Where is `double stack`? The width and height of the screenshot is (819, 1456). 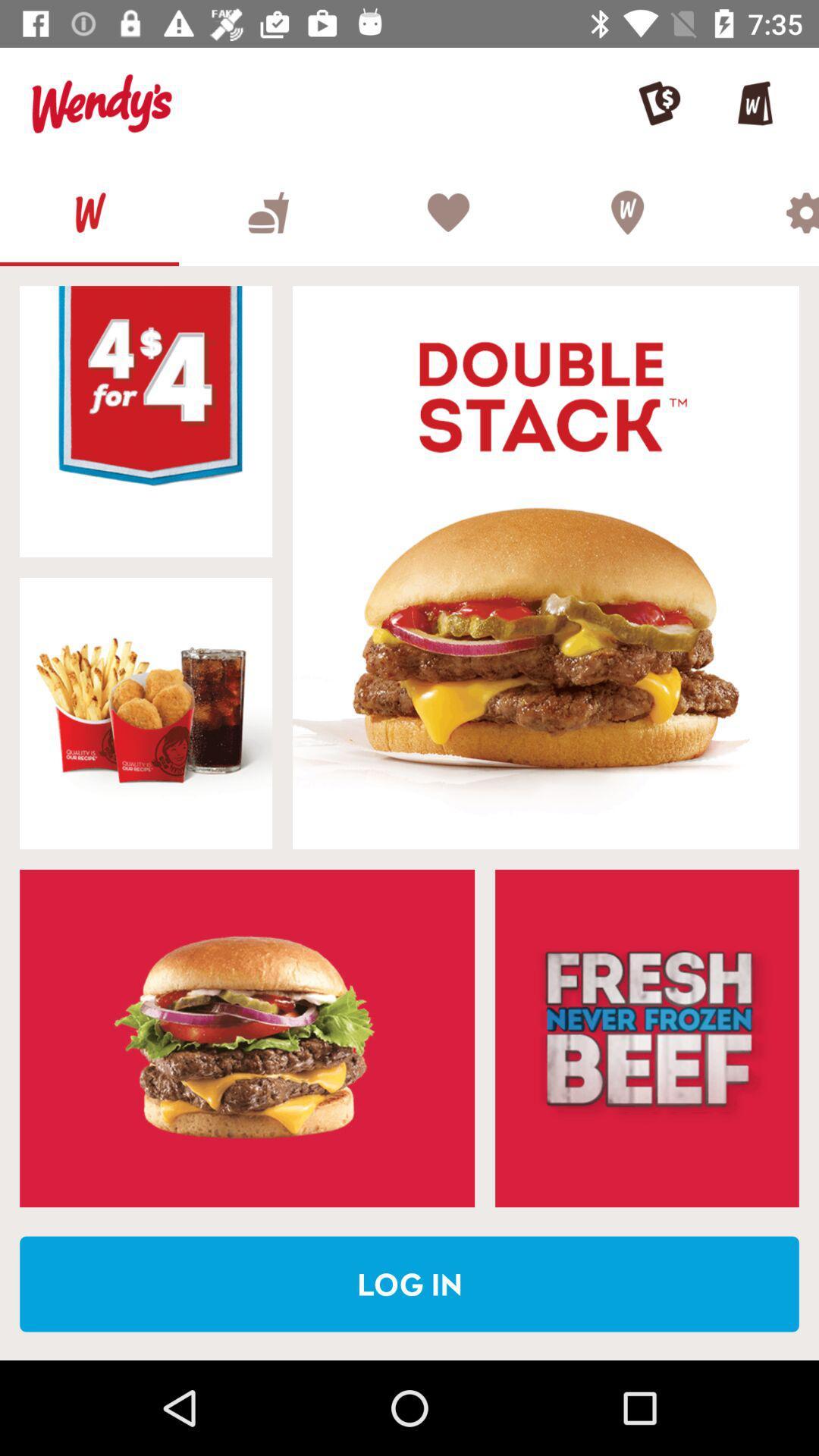
double stack is located at coordinates (546, 566).